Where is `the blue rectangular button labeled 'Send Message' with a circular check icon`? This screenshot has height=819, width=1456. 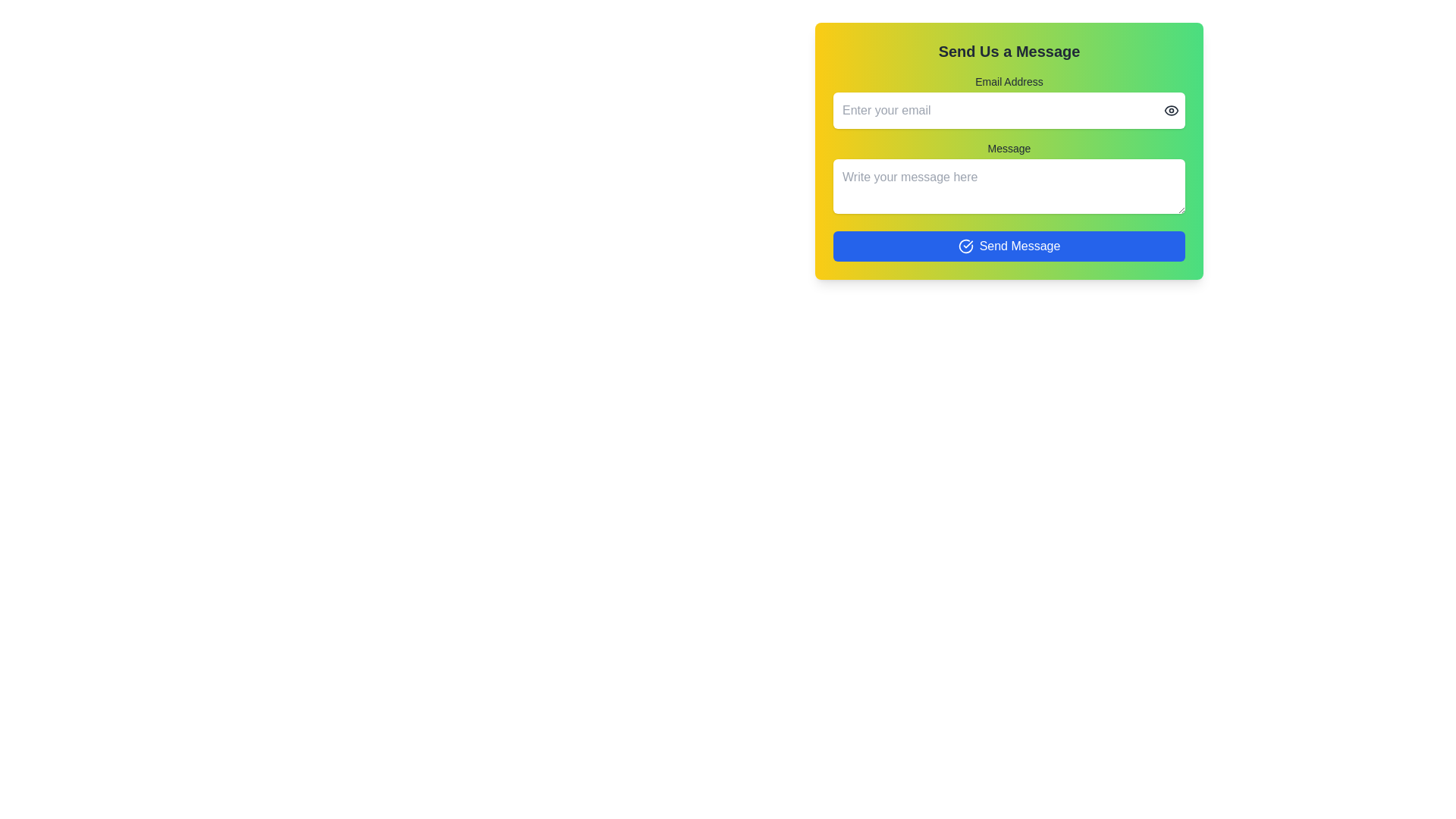
the blue rectangular button labeled 'Send Message' with a circular check icon is located at coordinates (1009, 245).